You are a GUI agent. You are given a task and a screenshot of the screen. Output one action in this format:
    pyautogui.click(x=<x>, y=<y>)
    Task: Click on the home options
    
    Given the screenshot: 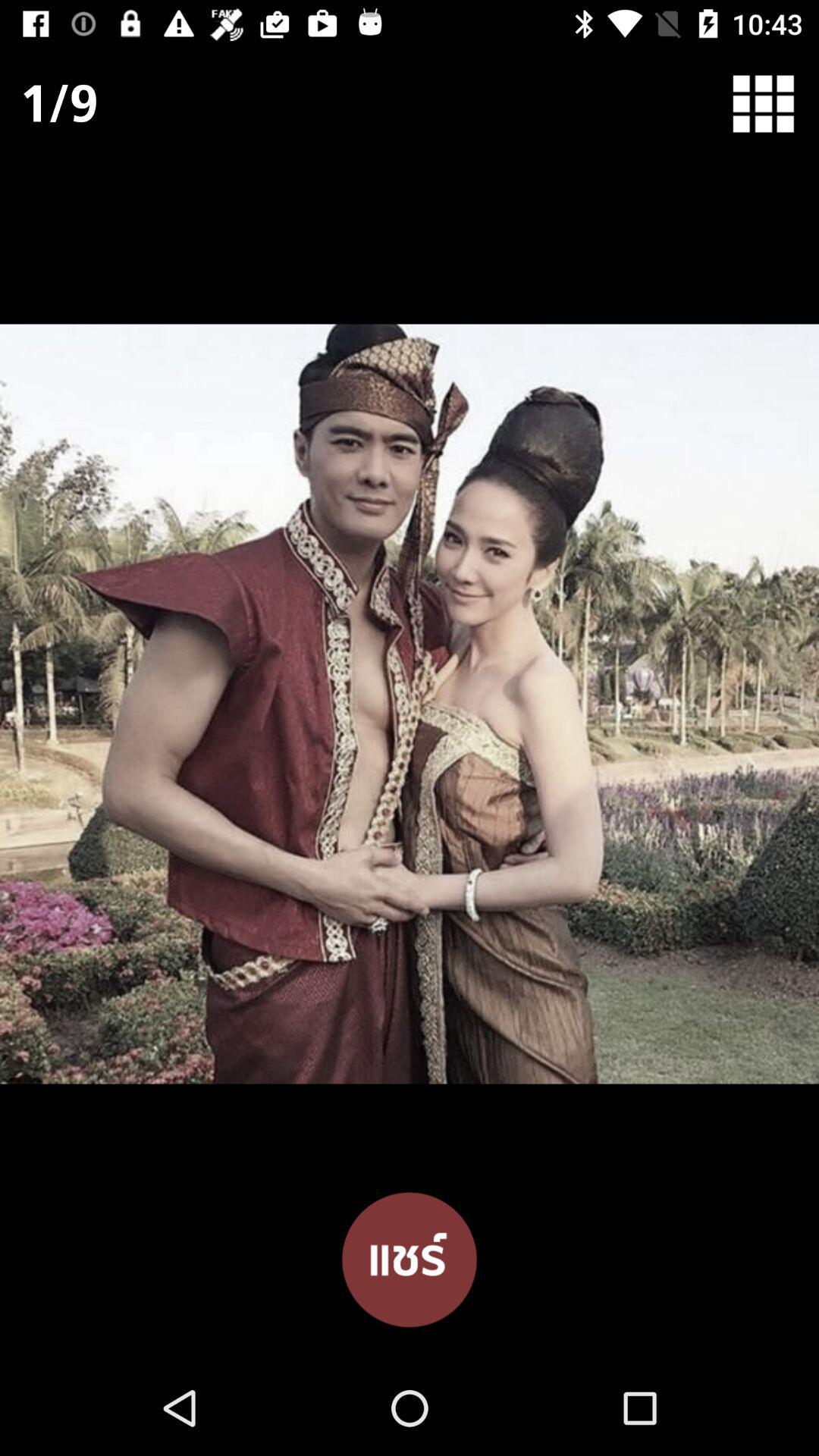 What is the action you would take?
    pyautogui.click(x=773, y=102)
    